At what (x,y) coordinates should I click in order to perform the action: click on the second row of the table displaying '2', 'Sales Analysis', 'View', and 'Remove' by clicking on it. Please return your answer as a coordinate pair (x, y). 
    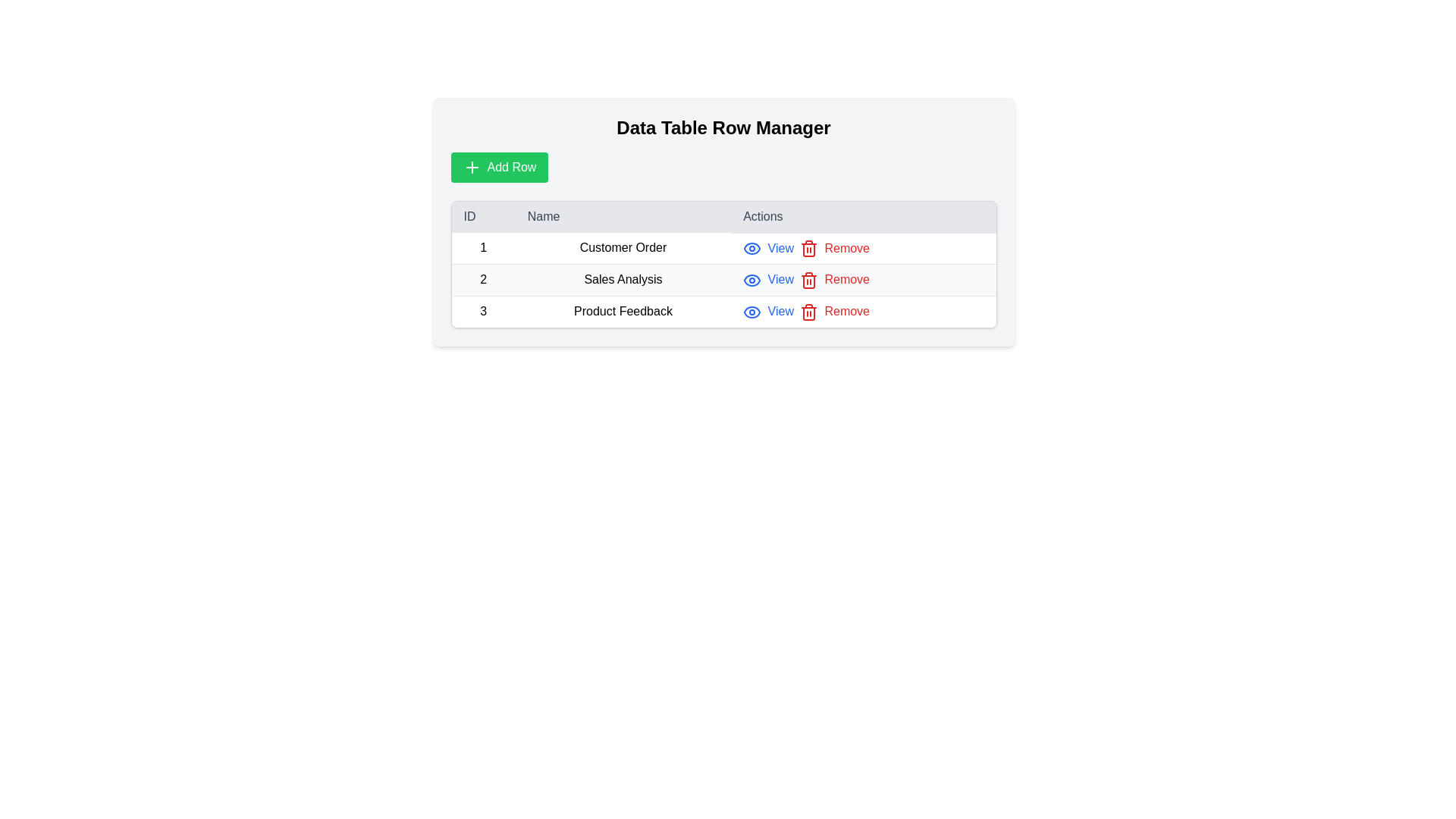
    Looking at the image, I should click on (723, 280).